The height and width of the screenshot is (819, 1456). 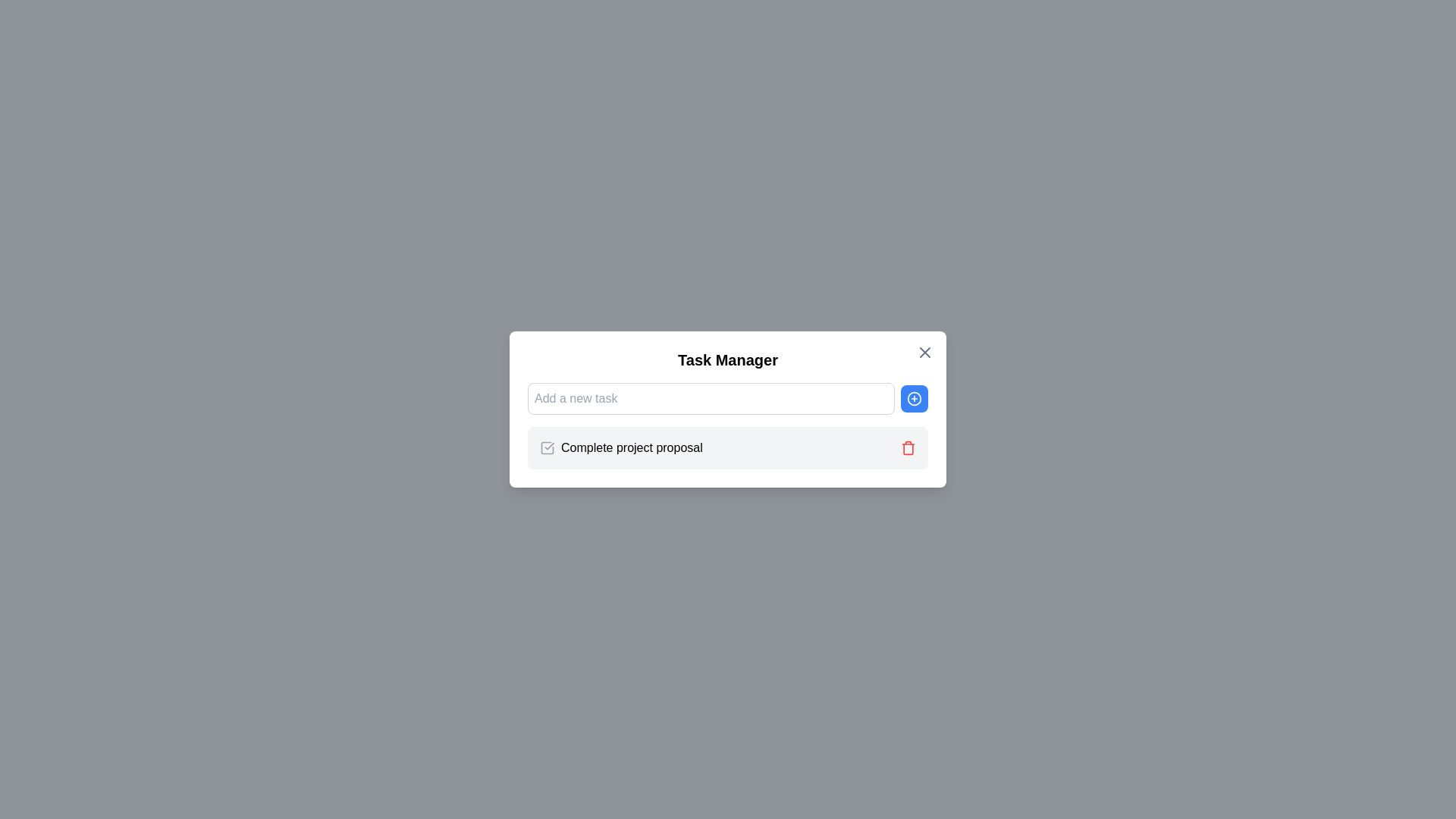 What do you see at coordinates (908, 447) in the screenshot?
I see `the delete icon button located at the far right of the 'Complete project proposal' task item to invoke the delete action` at bounding box center [908, 447].